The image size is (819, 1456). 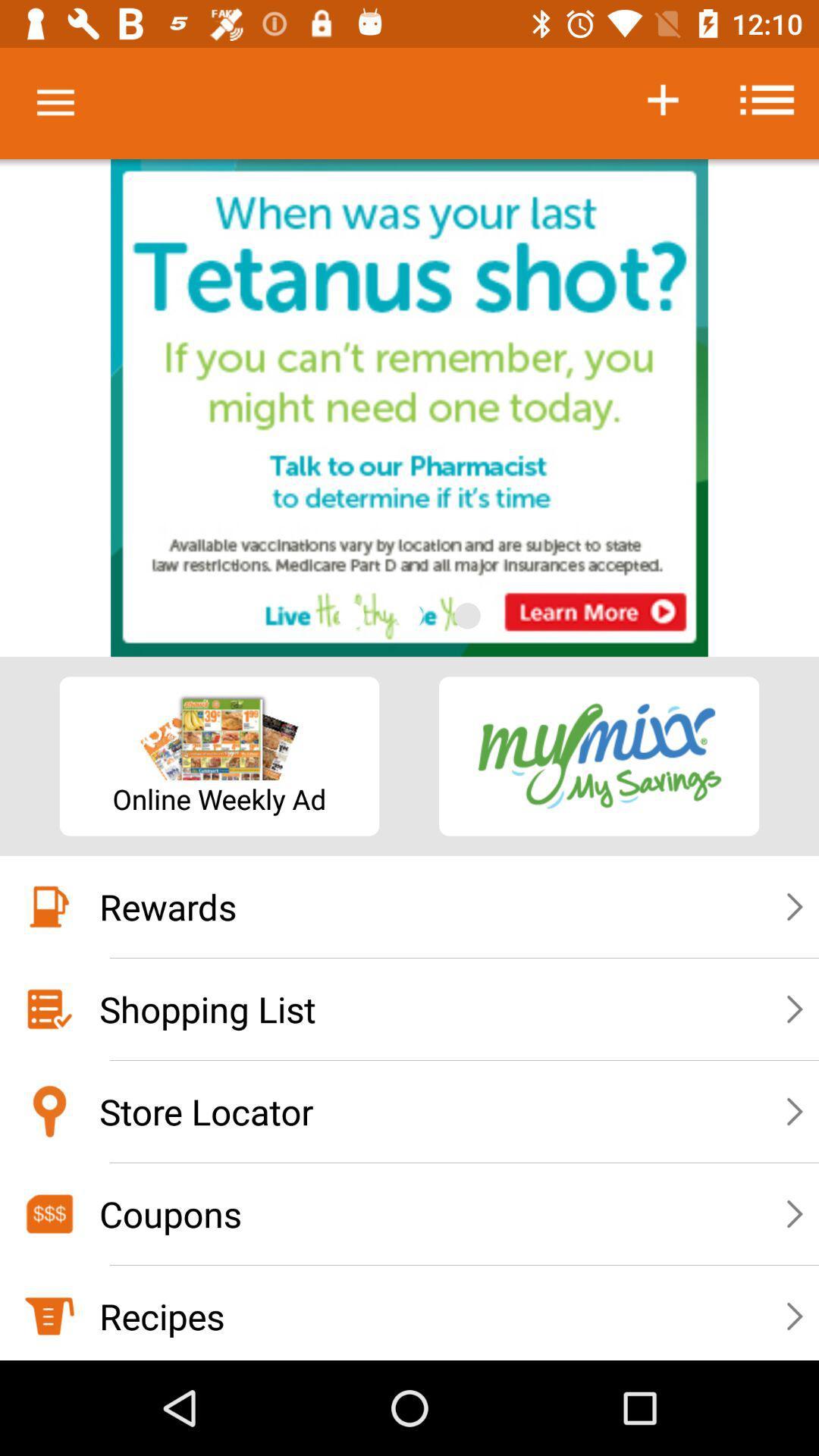 I want to click on access advertisement, so click(x=409, y=408).